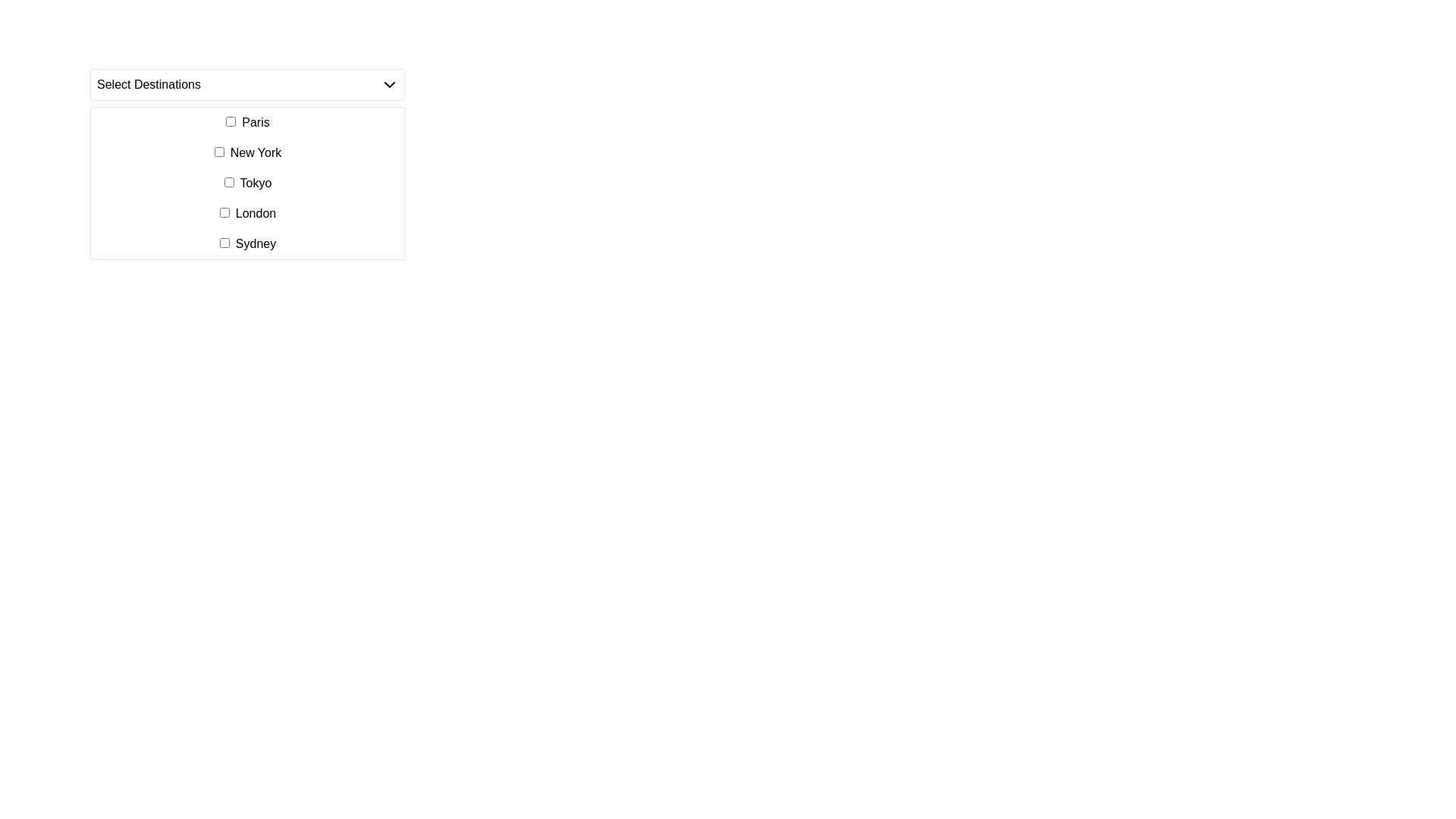  I want to click on the unselected checkbox for 'Tokyo', which is the third option in the 'Select Destinations' list, so click(228, 181).